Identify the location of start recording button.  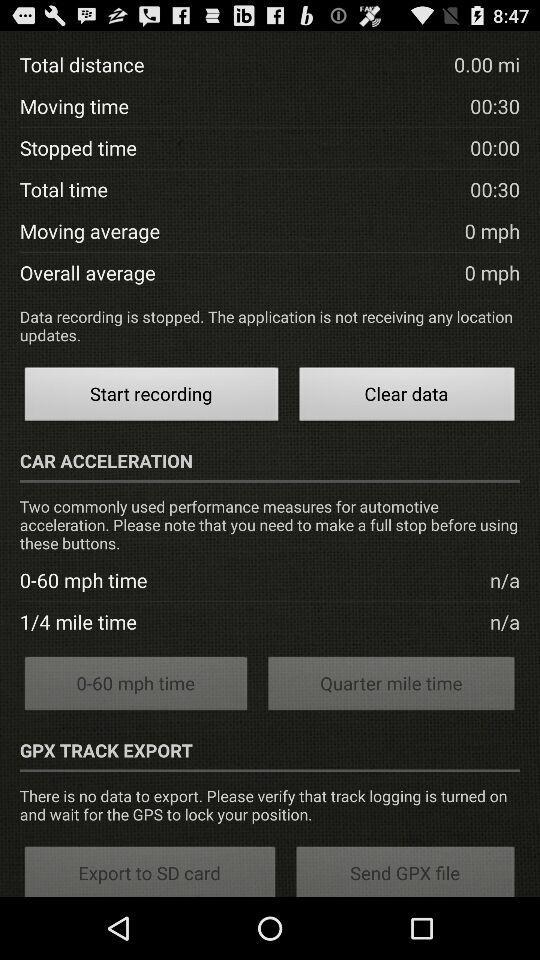
(150, 396).